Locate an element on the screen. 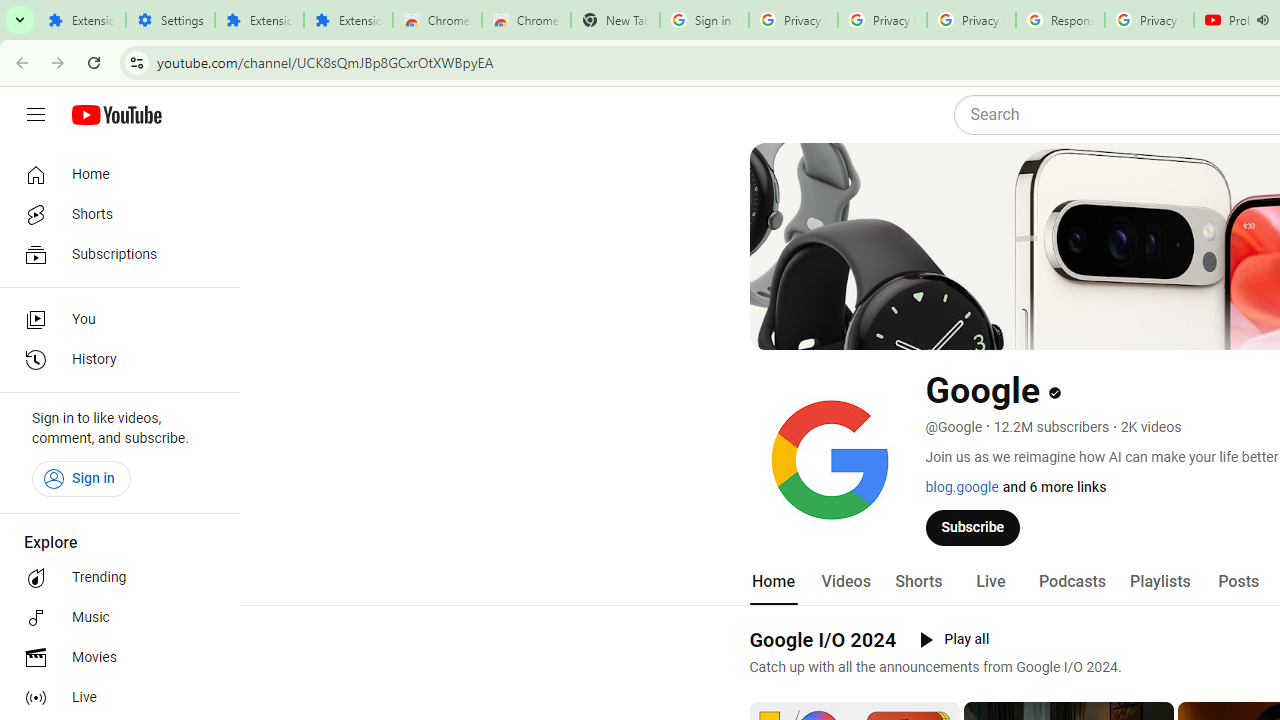  'Subscribe' is located at coordinates (973, 526).